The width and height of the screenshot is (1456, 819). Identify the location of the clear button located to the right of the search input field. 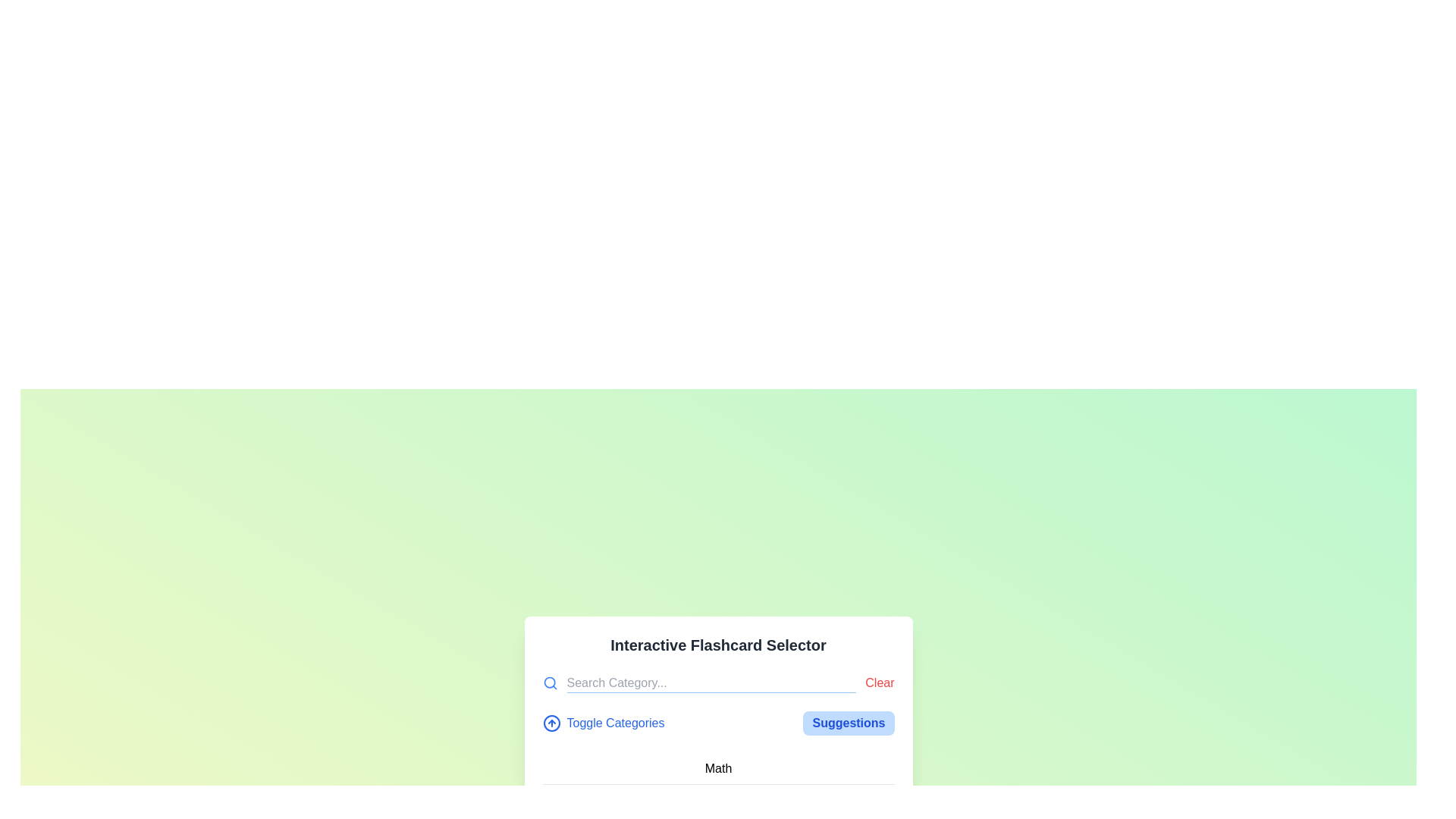
(880, 683).